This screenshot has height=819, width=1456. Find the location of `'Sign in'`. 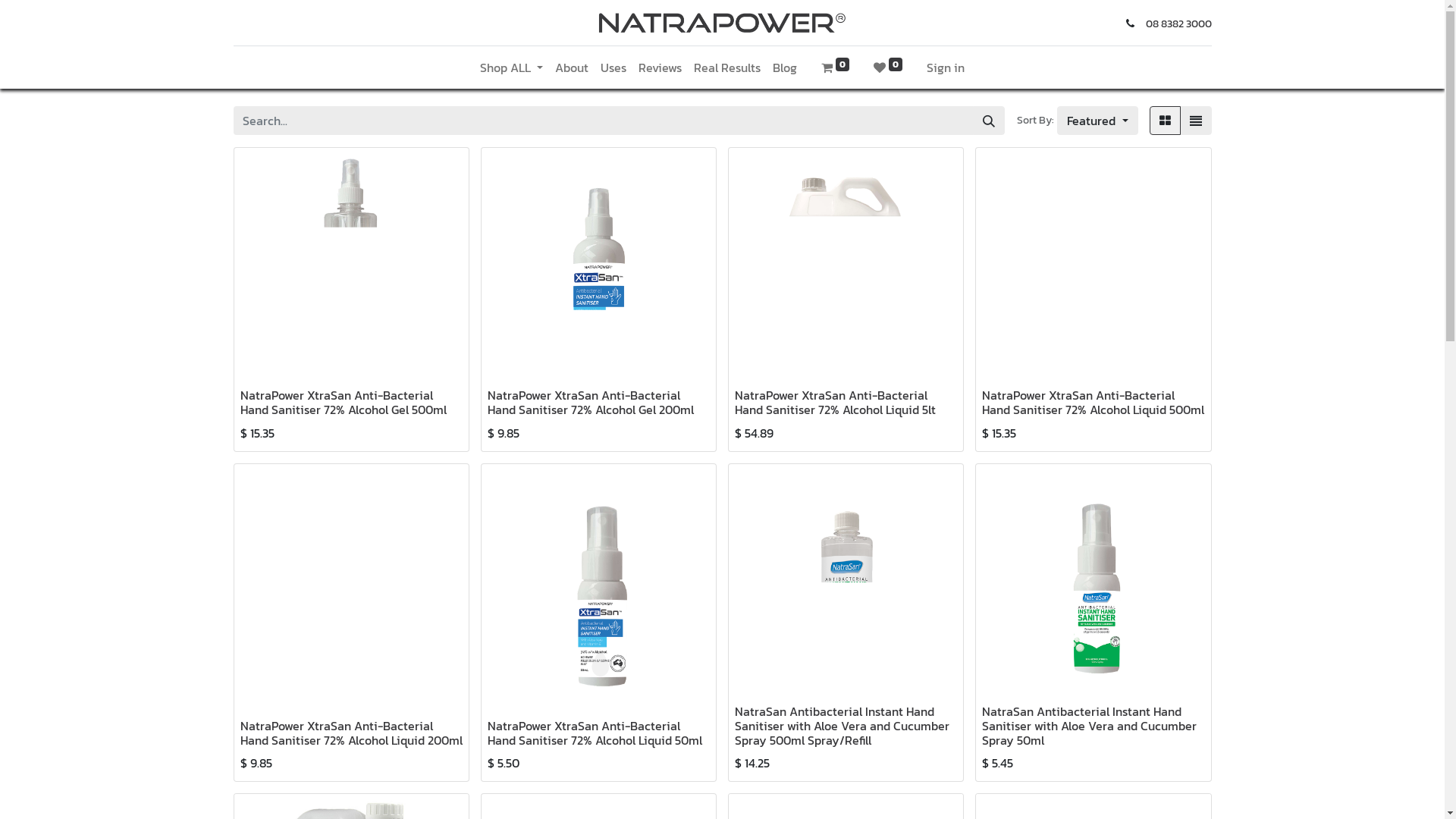

'Sign in' is located at coordinates (945, 66).